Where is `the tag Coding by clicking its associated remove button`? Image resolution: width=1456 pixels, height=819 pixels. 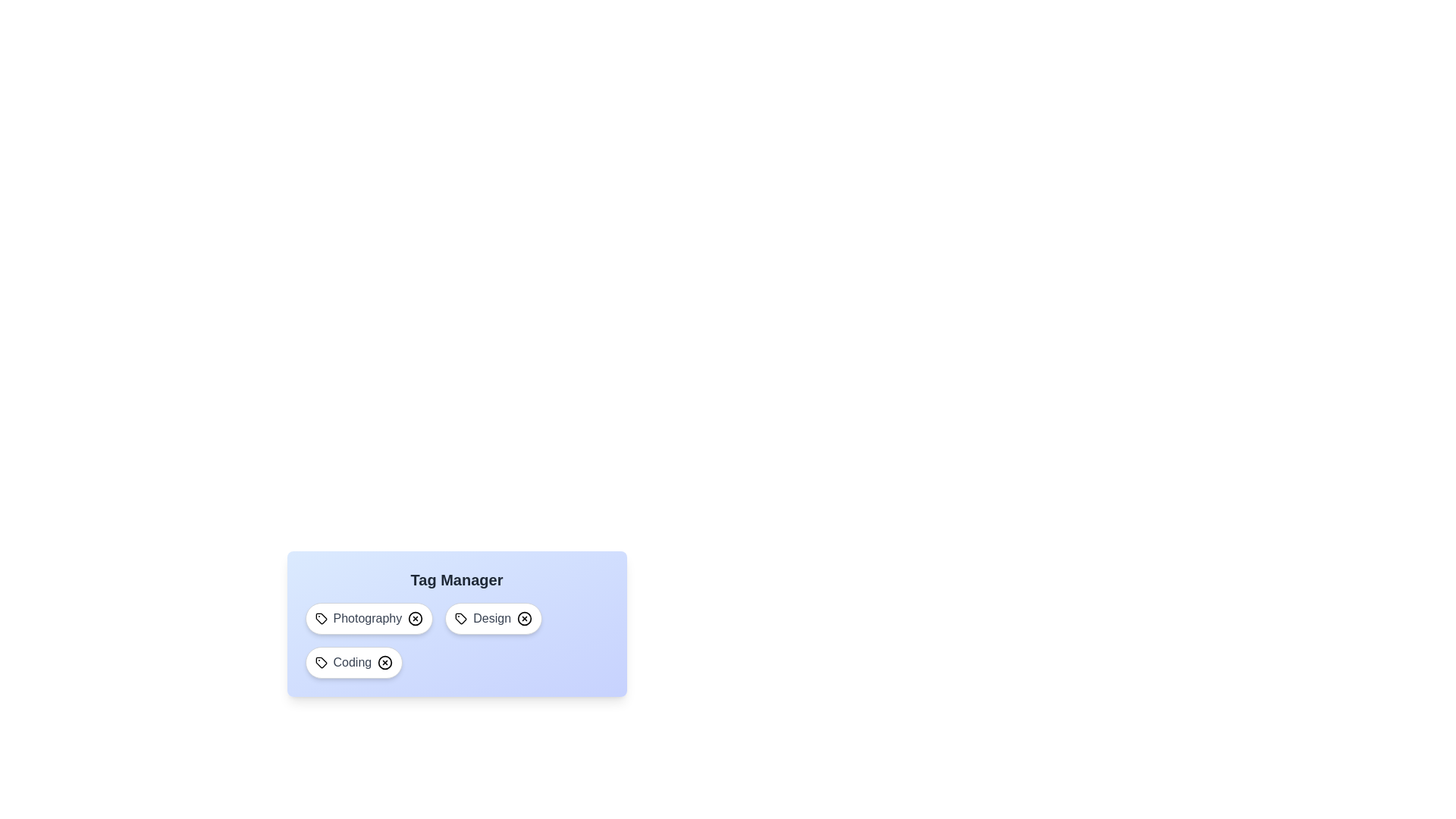
the tag Coding by clicking its associated remove button is located at coordinates (385, 662).